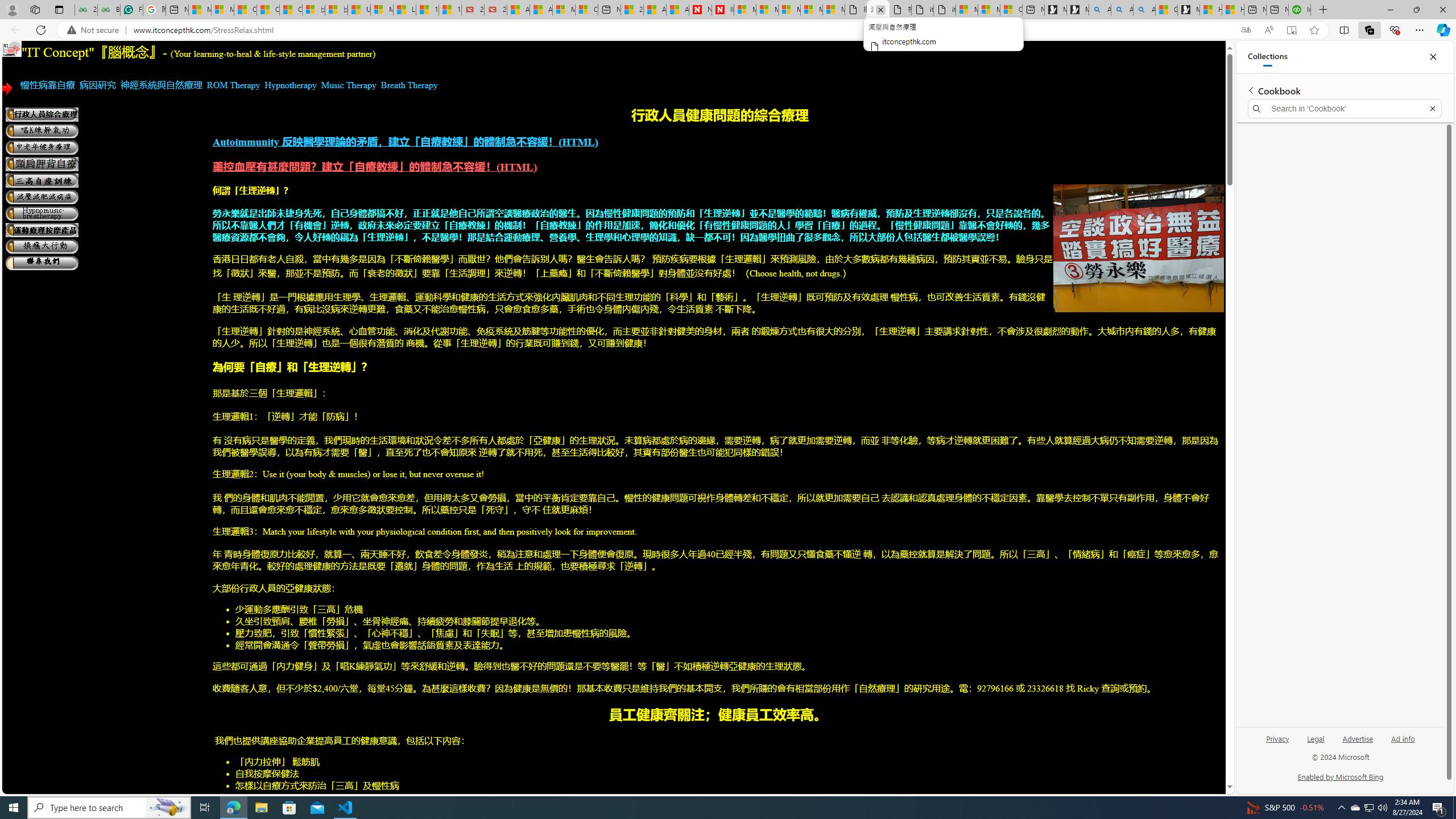  I want to click on 'Intuit QuickBooks Online - Quickbooks', so click(1300, 9).